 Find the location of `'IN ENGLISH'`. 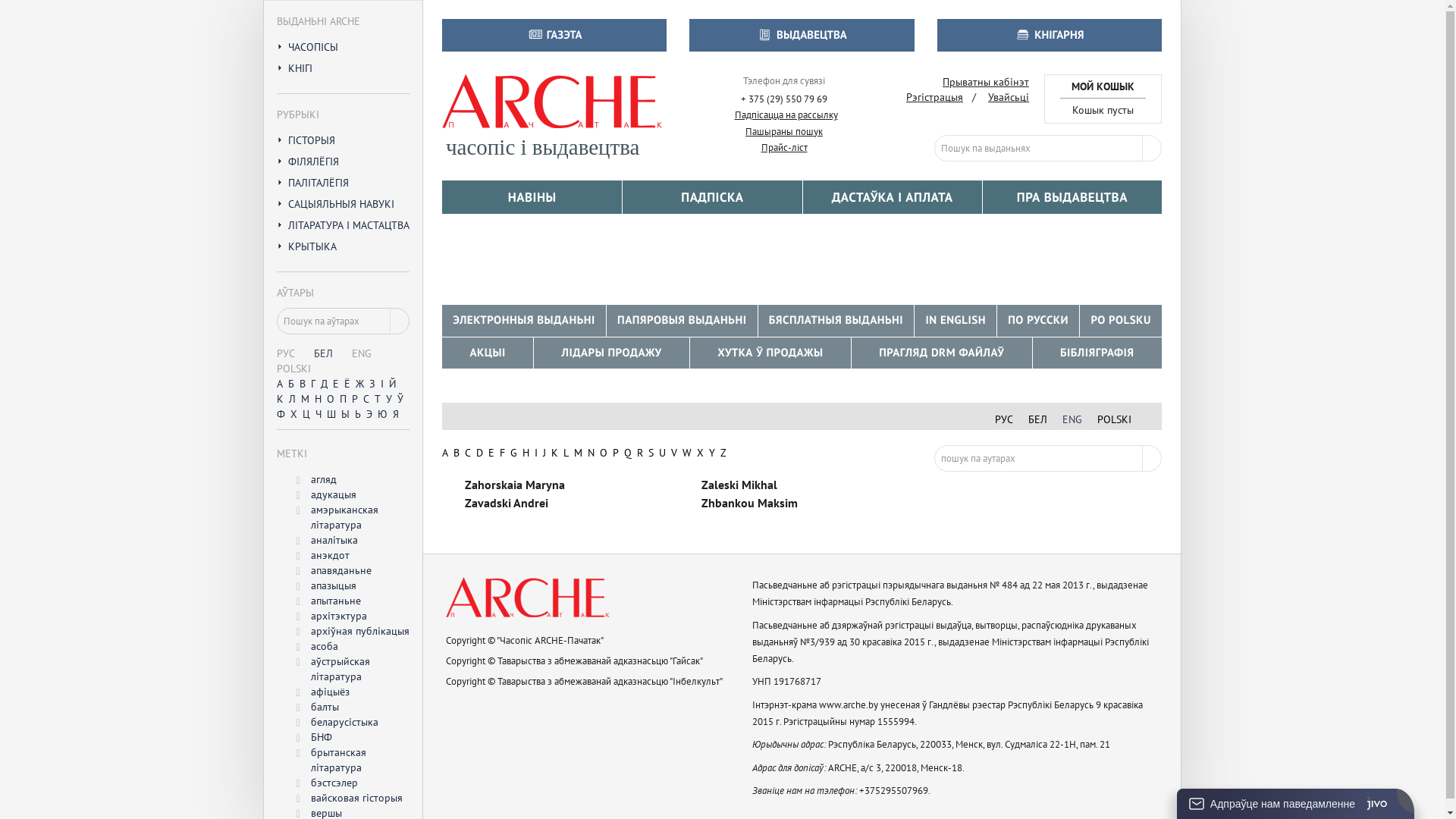

'IN ENGLISH' is located at coordinates (954, 319).